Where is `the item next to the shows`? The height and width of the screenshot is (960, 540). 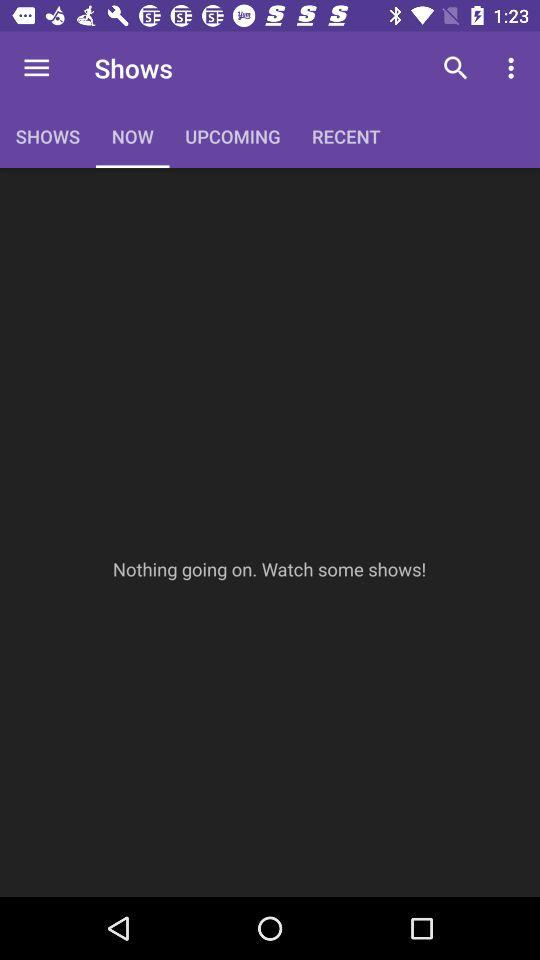 the item next to the shows is located at coordinates (36, 68).